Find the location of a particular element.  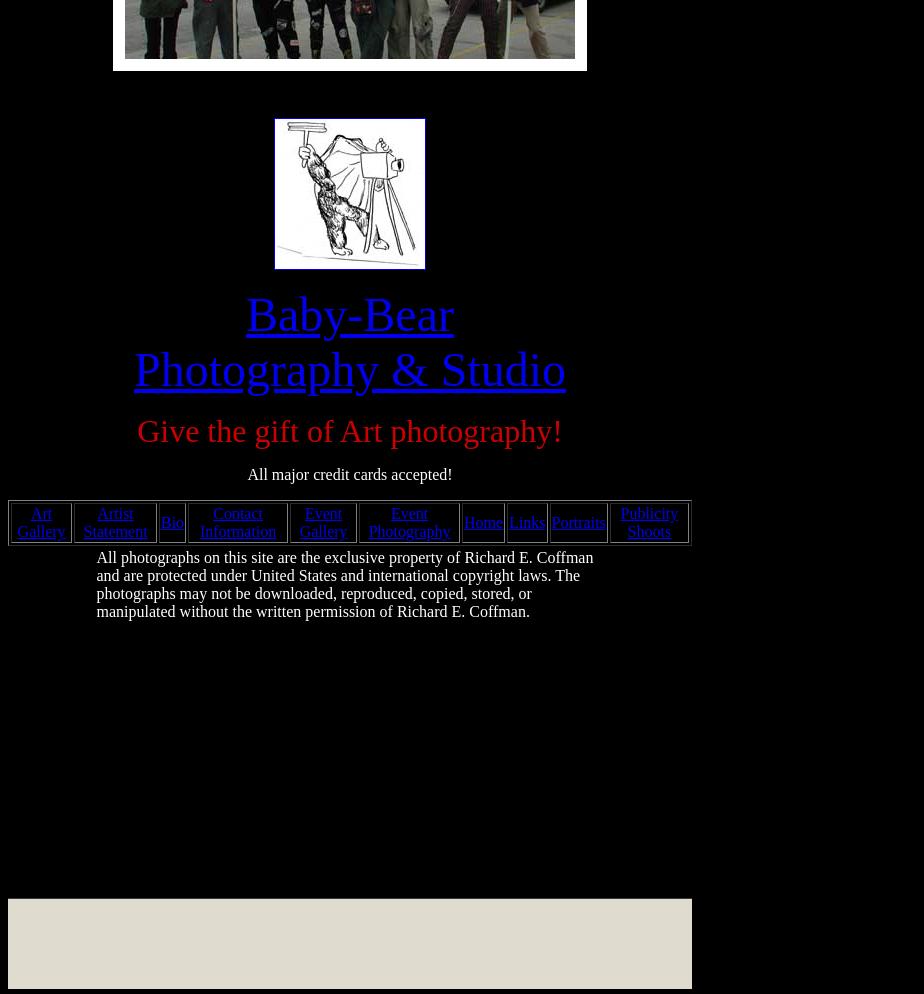

'Give the gift of Art photography!' is located at coordinates (137, 430).